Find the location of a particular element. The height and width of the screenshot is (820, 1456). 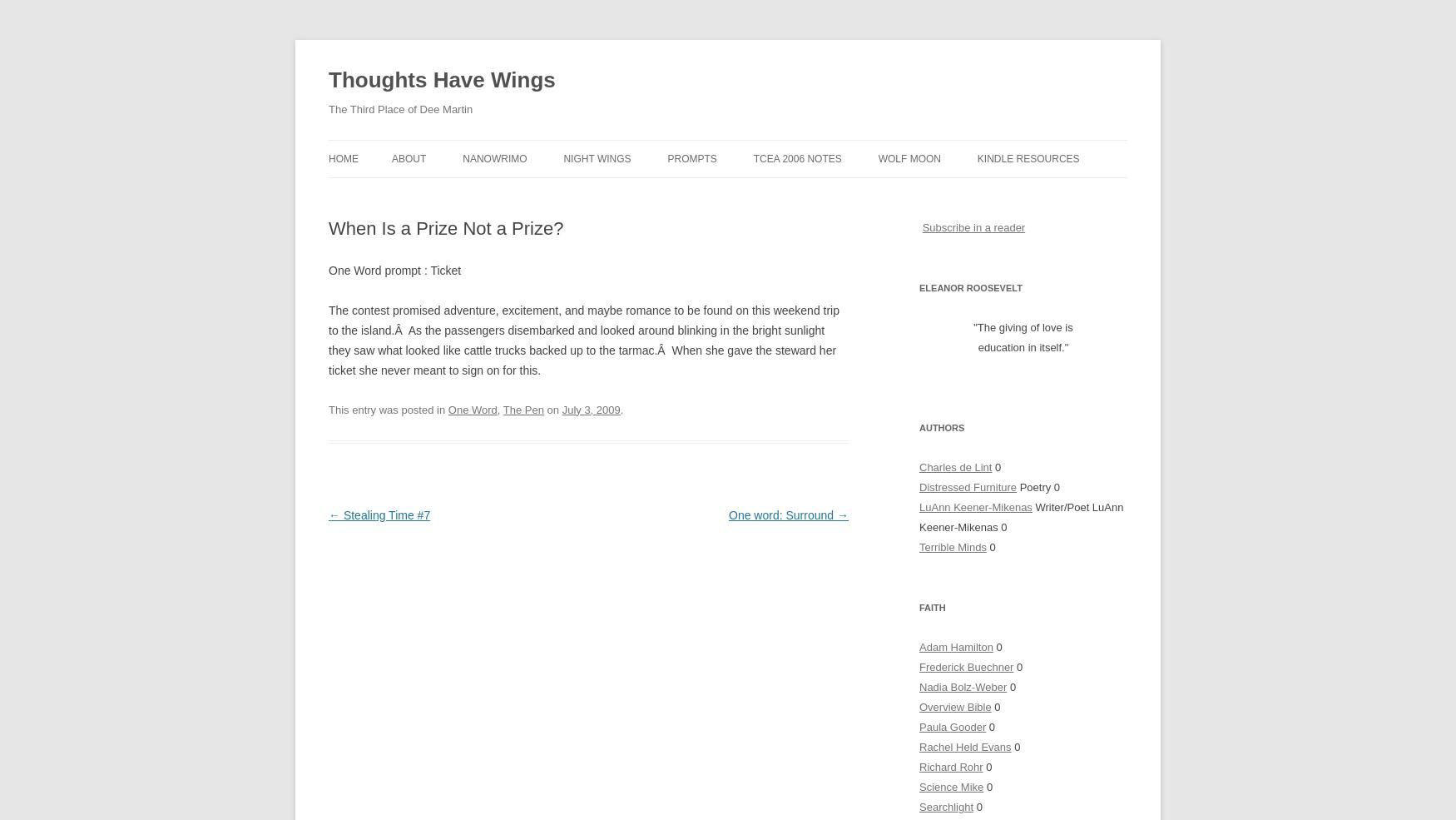

'Subscribe in a reader' is located at coordinates (973, 226).